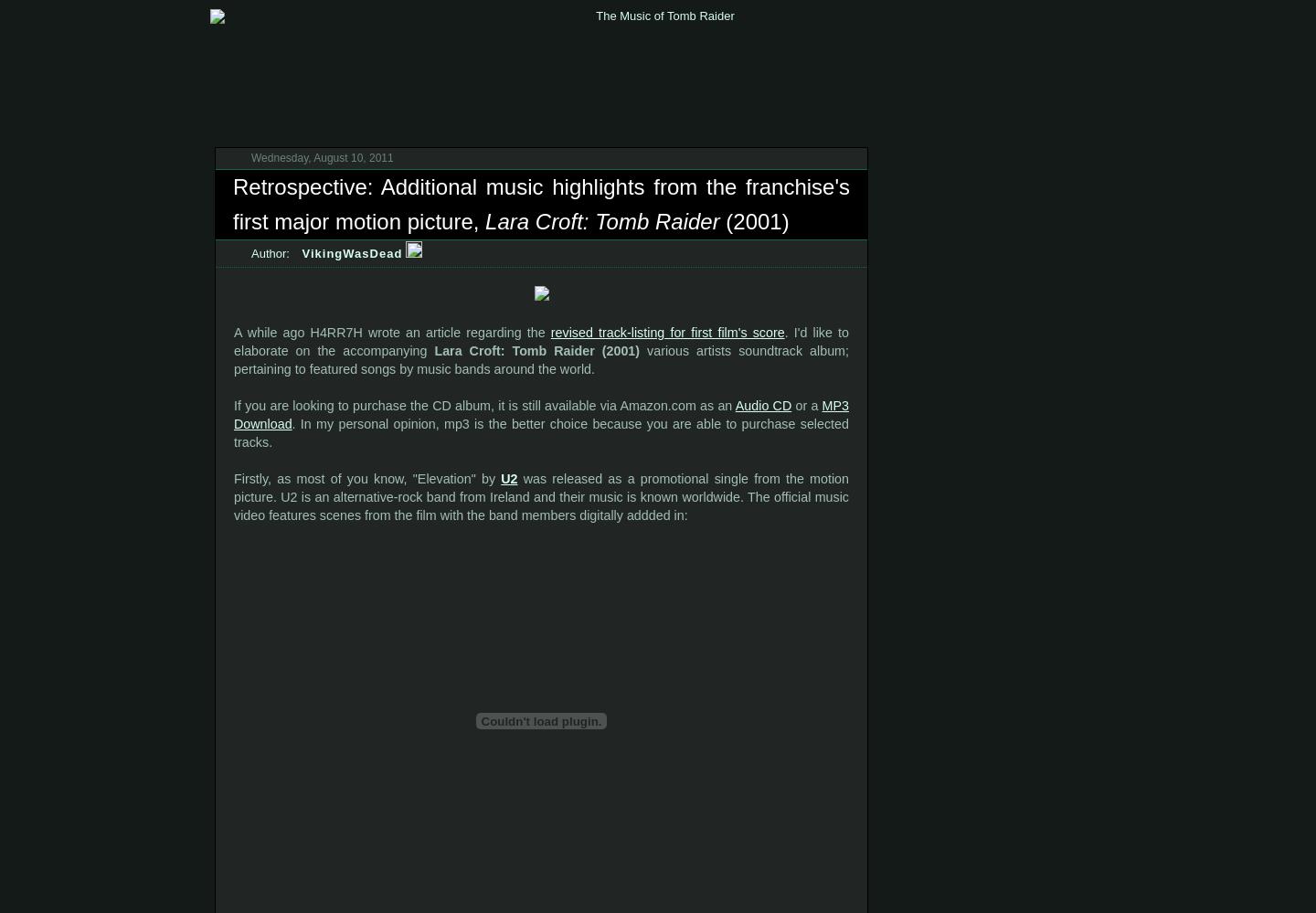 The width and height of the screenshot is (1316, 913). What do you see at coordinates (233, 342) in the screenshot?
I see `'. I'd like to elaborate on the accompanying'` at bounding box center [233, 342].